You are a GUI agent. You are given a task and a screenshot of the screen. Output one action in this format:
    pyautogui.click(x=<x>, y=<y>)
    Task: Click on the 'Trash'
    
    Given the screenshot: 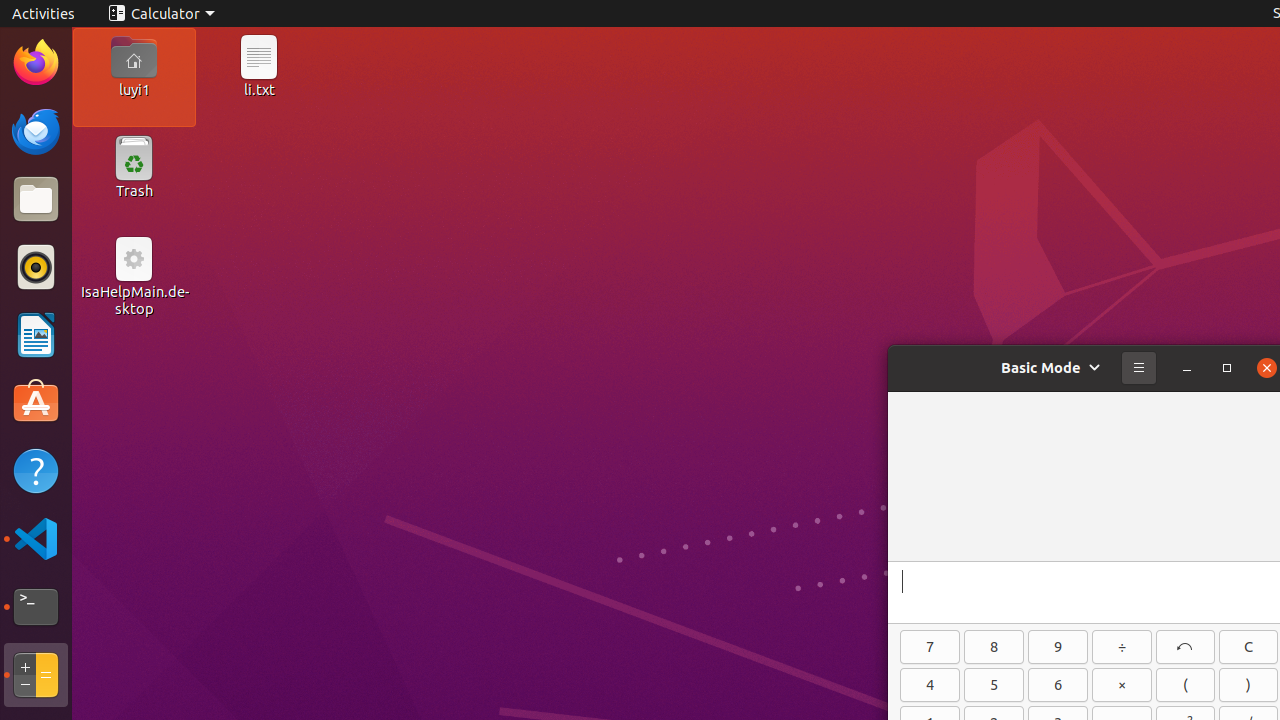 What is the action you would take?
    pyautogui.click(x=132, y=191)
    